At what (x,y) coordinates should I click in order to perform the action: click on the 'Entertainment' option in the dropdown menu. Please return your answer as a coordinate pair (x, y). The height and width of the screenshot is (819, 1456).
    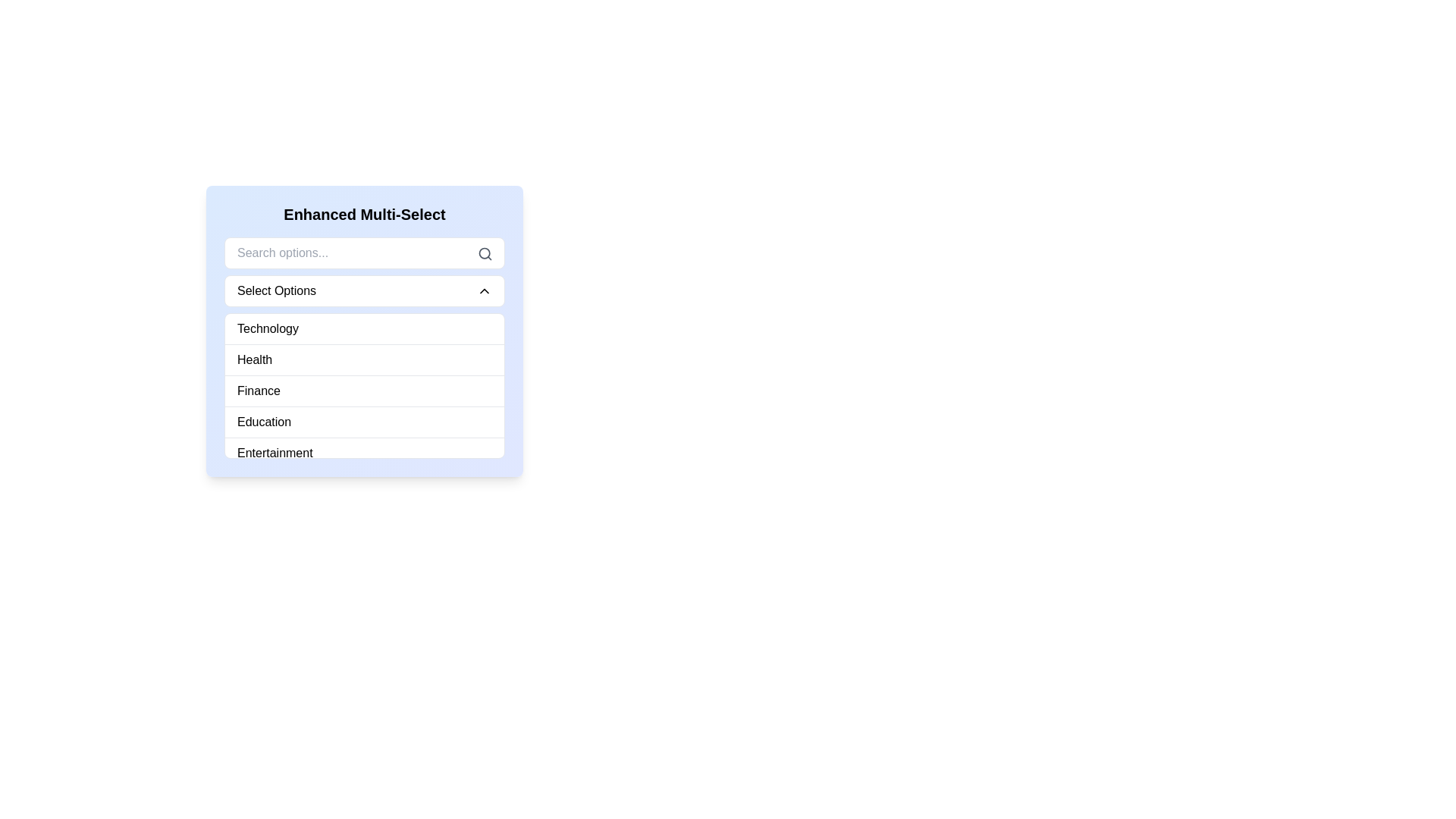
    Looking at the image, I should click on (275, 452).